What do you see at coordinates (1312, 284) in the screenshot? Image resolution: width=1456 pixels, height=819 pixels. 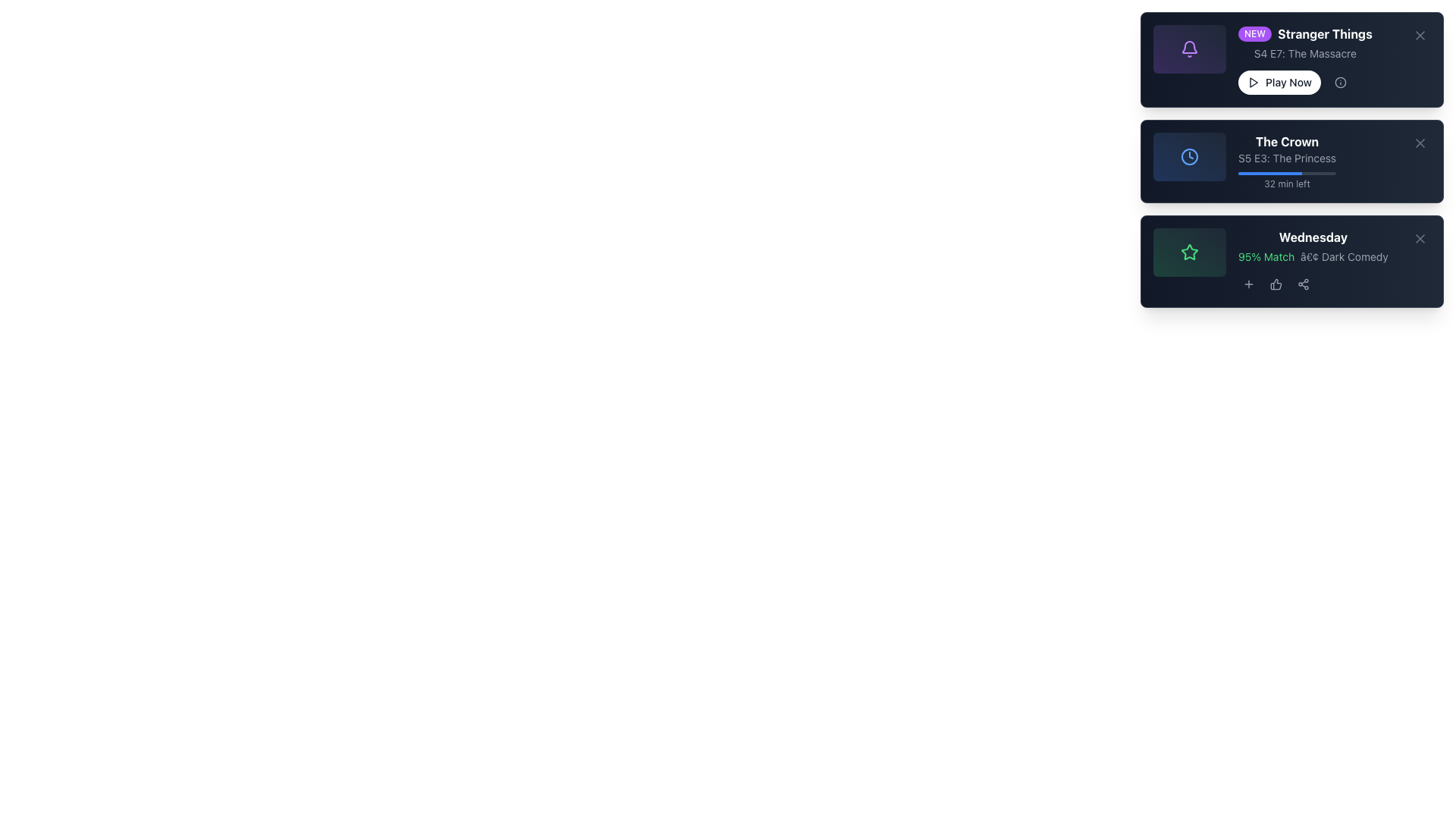 I see `the grouped action buttons for the show 'Wednesday' located in the bottom-right section of the card` at bounding box center [1312, 284].